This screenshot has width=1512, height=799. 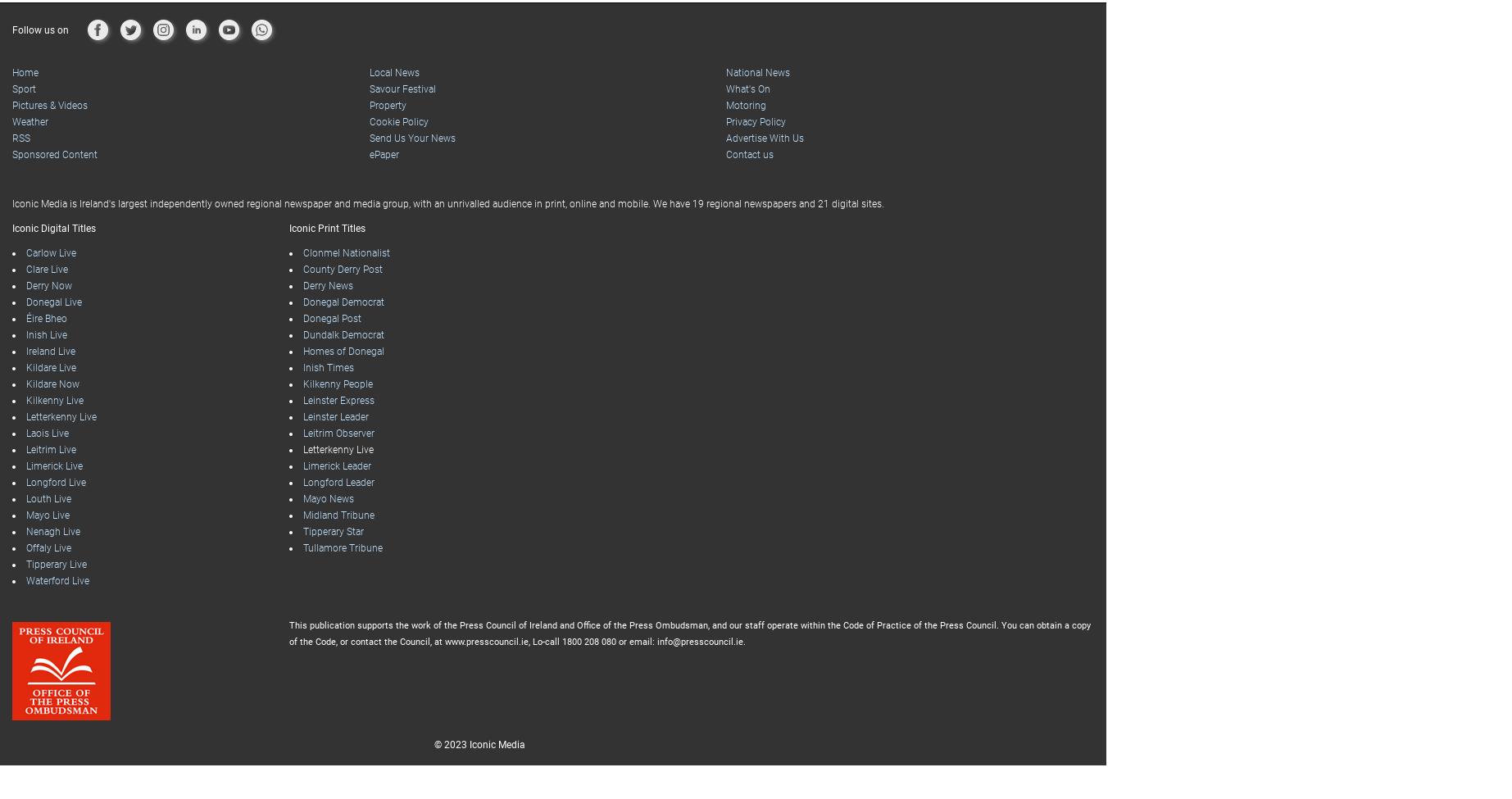 What do you see at coordinates (326, 335) in the screenshot?
I see `'Inish Times'` at bounding box center [326, 335].